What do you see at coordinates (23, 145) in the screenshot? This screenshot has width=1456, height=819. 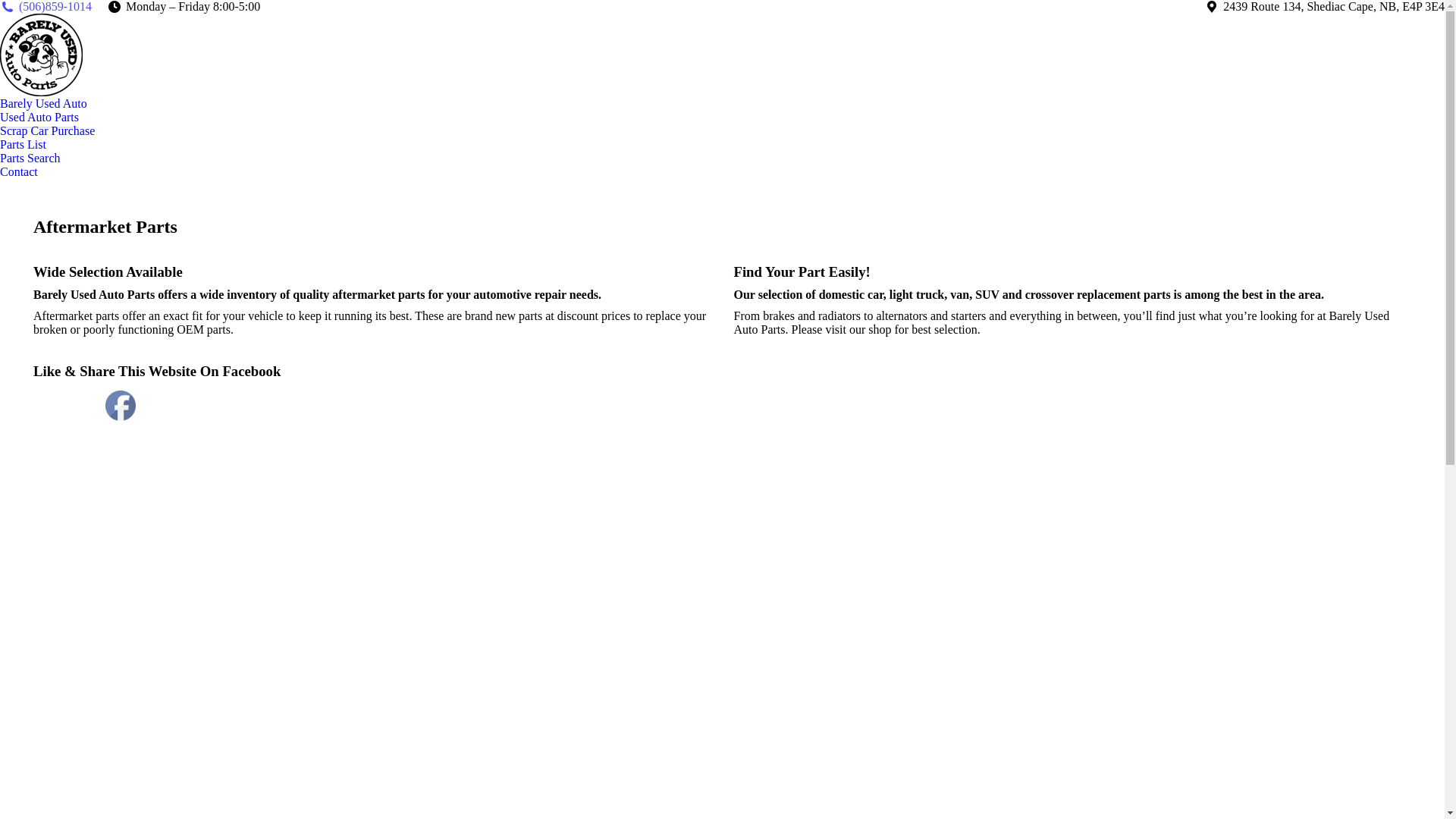 I see `'Parts List'` at bounding box center [23, 145].